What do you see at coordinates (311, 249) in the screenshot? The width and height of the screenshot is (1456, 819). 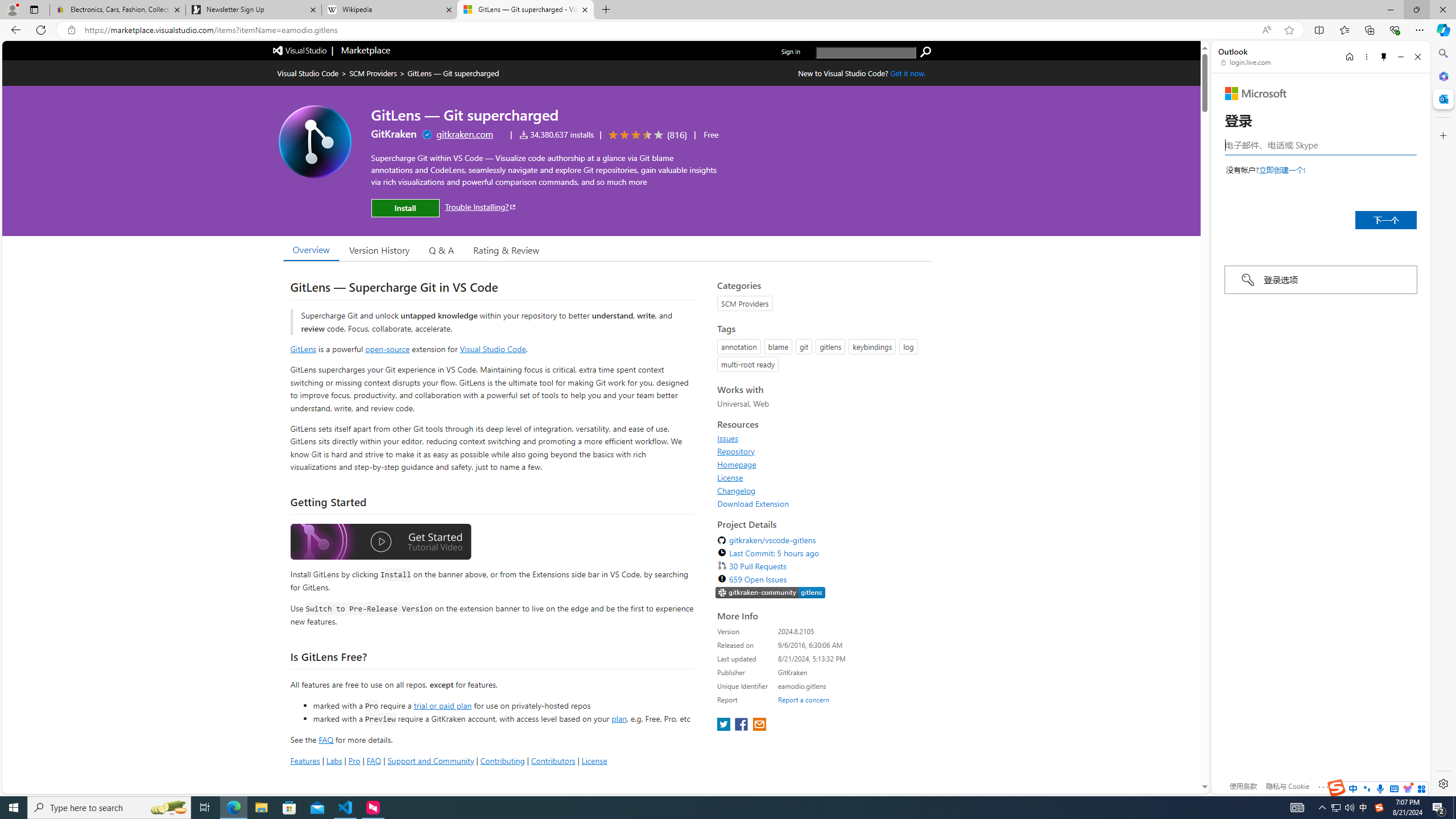 I see `'Overview'` at bounding box center [311, 249].